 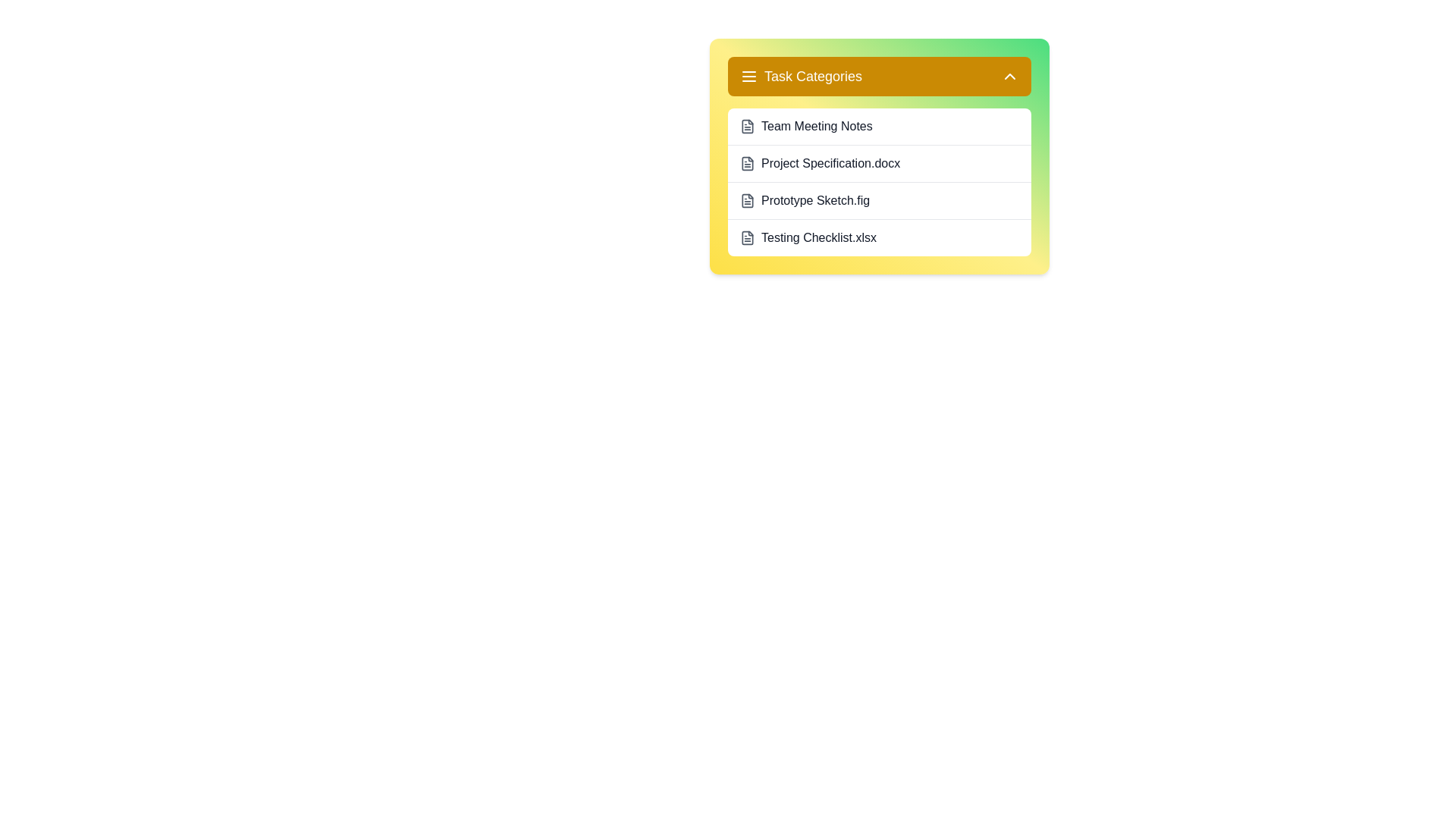 What do you see at coordinates (880, 199) in the screenshot?
I see `the task Prototype Sketch.fig to highlight it` at bounding box center [880, 199].